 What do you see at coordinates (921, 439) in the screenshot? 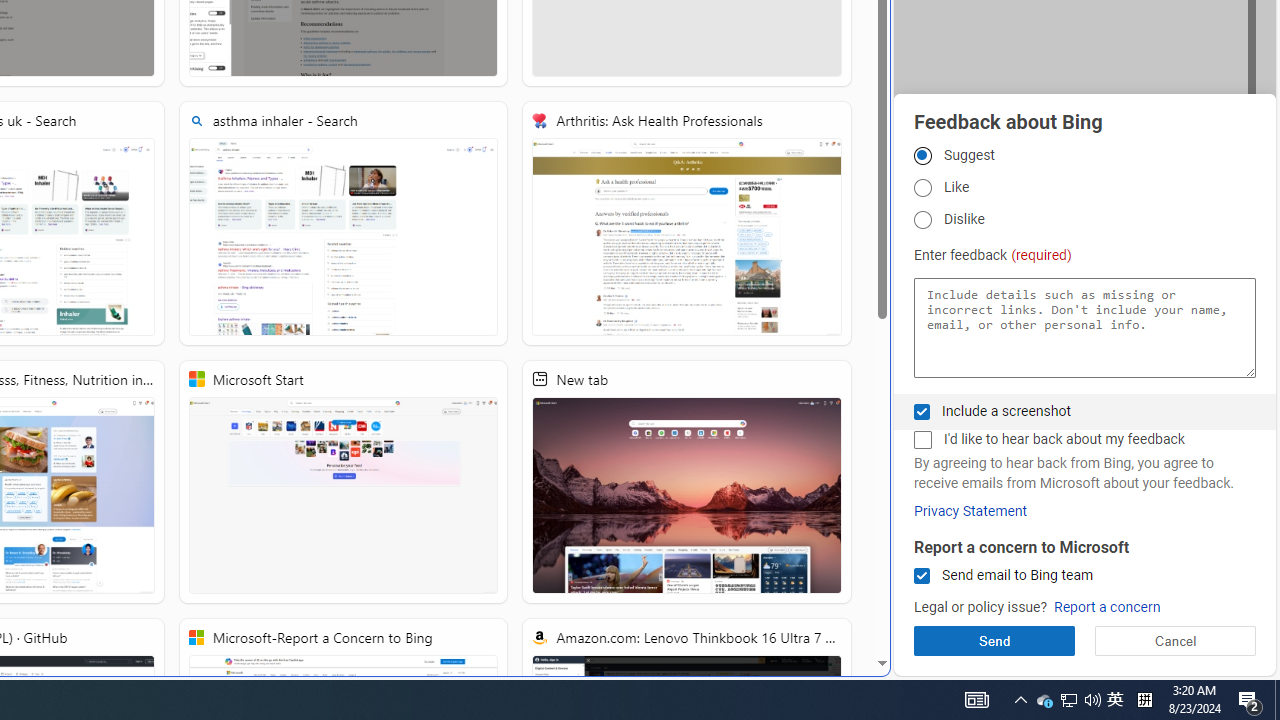
I see `'I'` at bounding box center [921, 439].